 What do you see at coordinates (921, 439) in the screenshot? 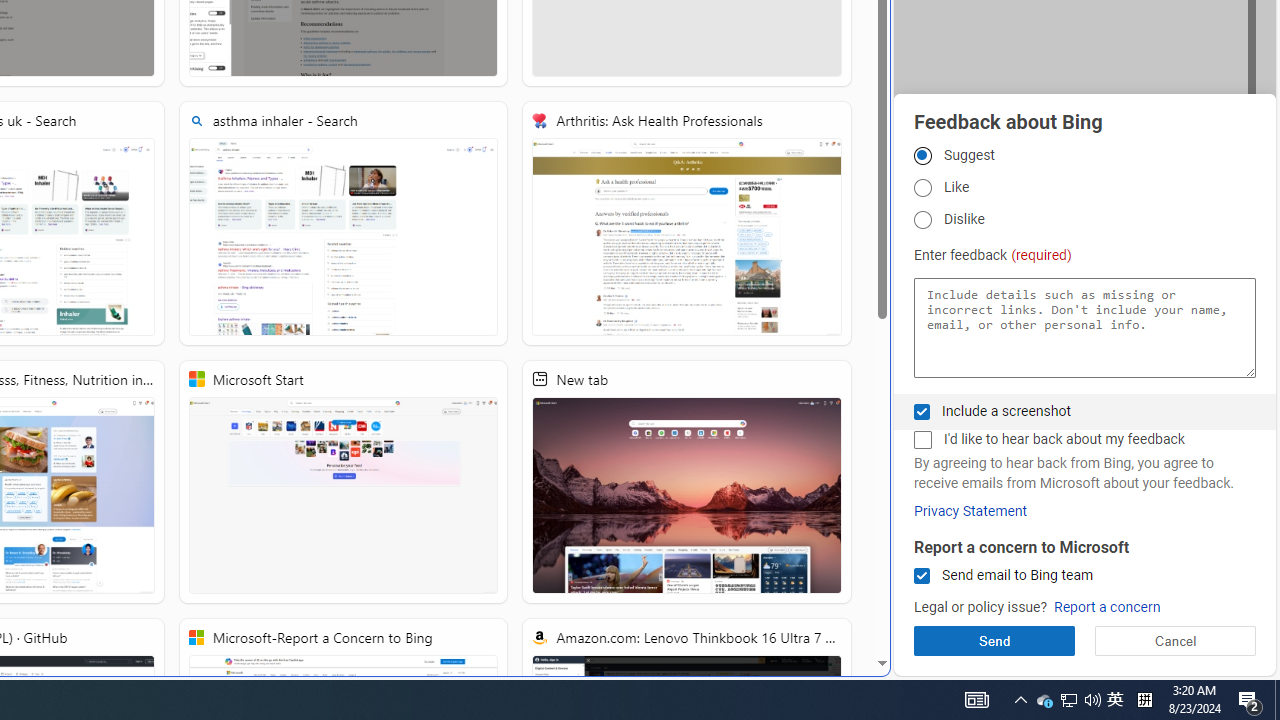
I see `'I'` at bounding box center [921, 439].